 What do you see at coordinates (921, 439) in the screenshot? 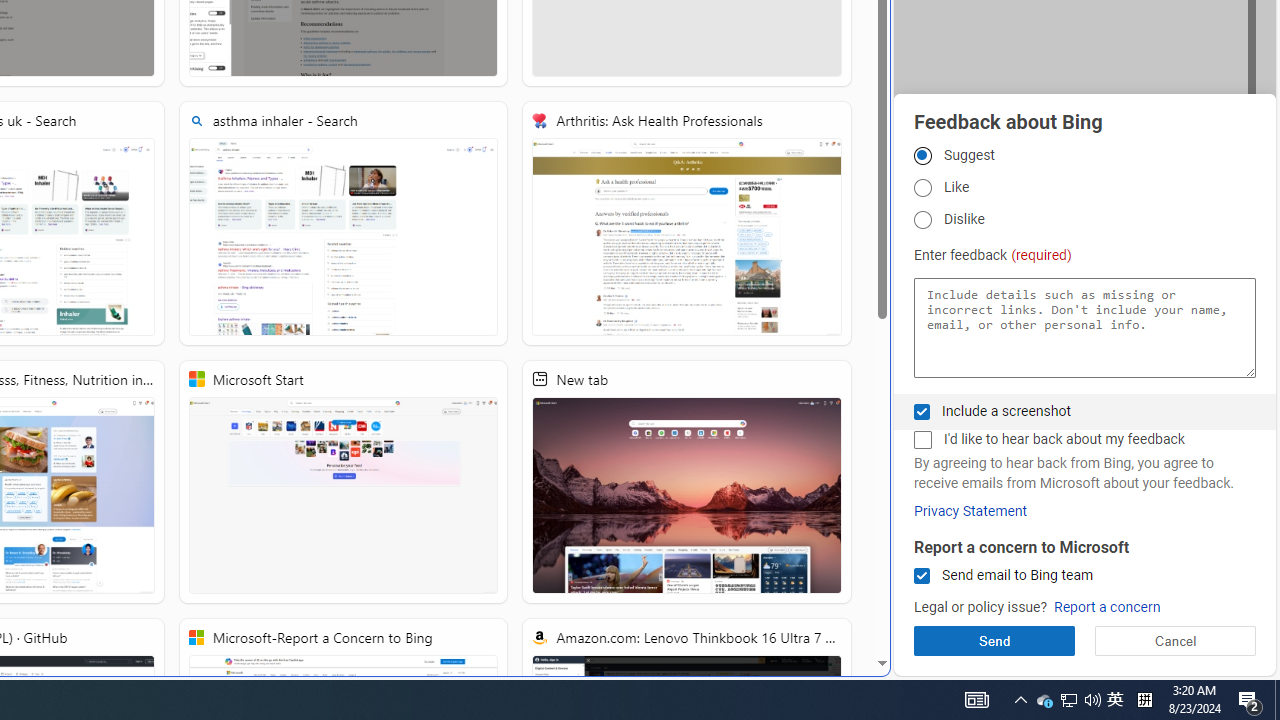
I see `'I'` at bounding box center [921, 439].